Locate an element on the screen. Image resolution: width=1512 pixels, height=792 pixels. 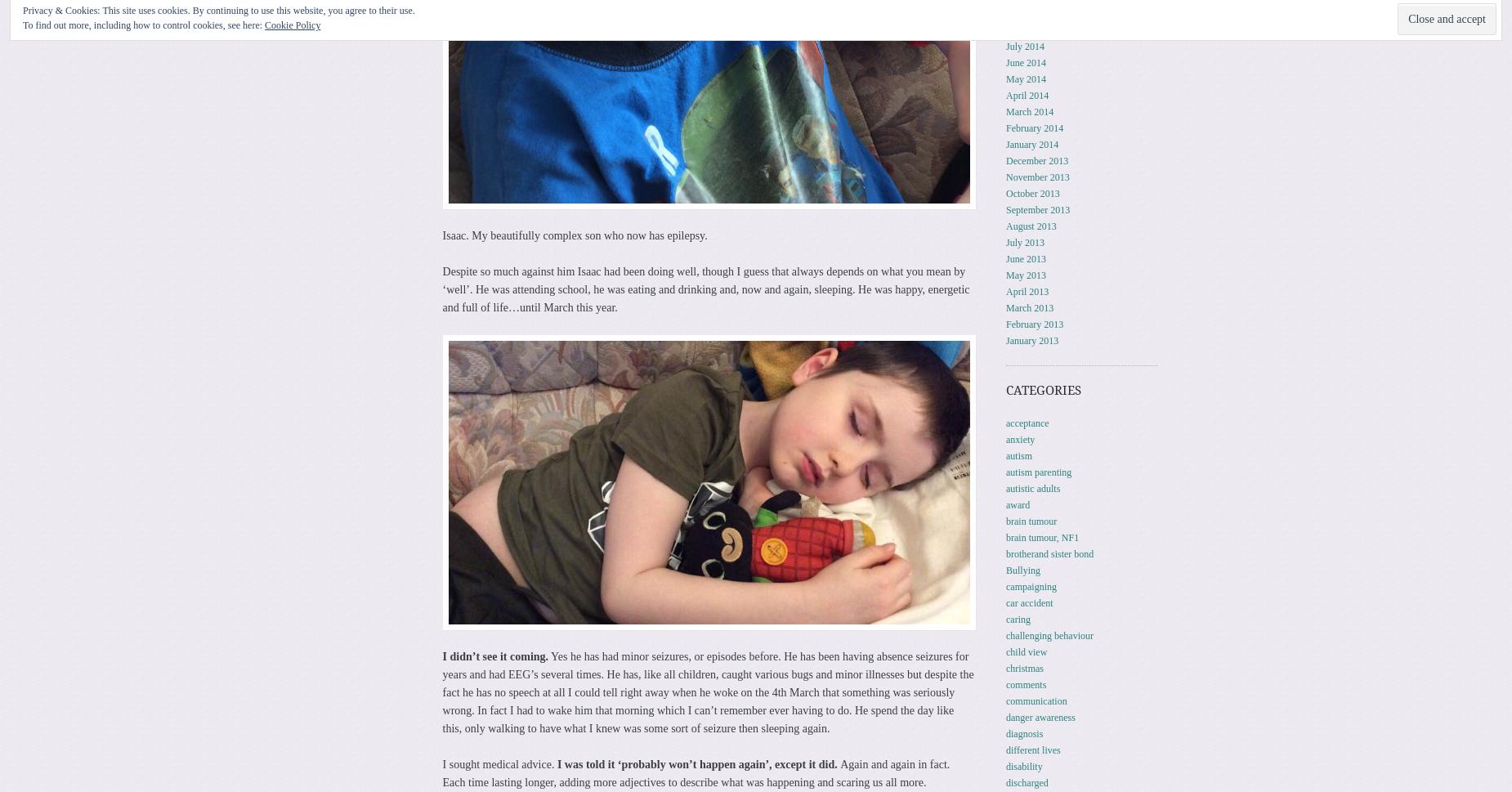
'discharged' is located at coordinates (1004, 781).